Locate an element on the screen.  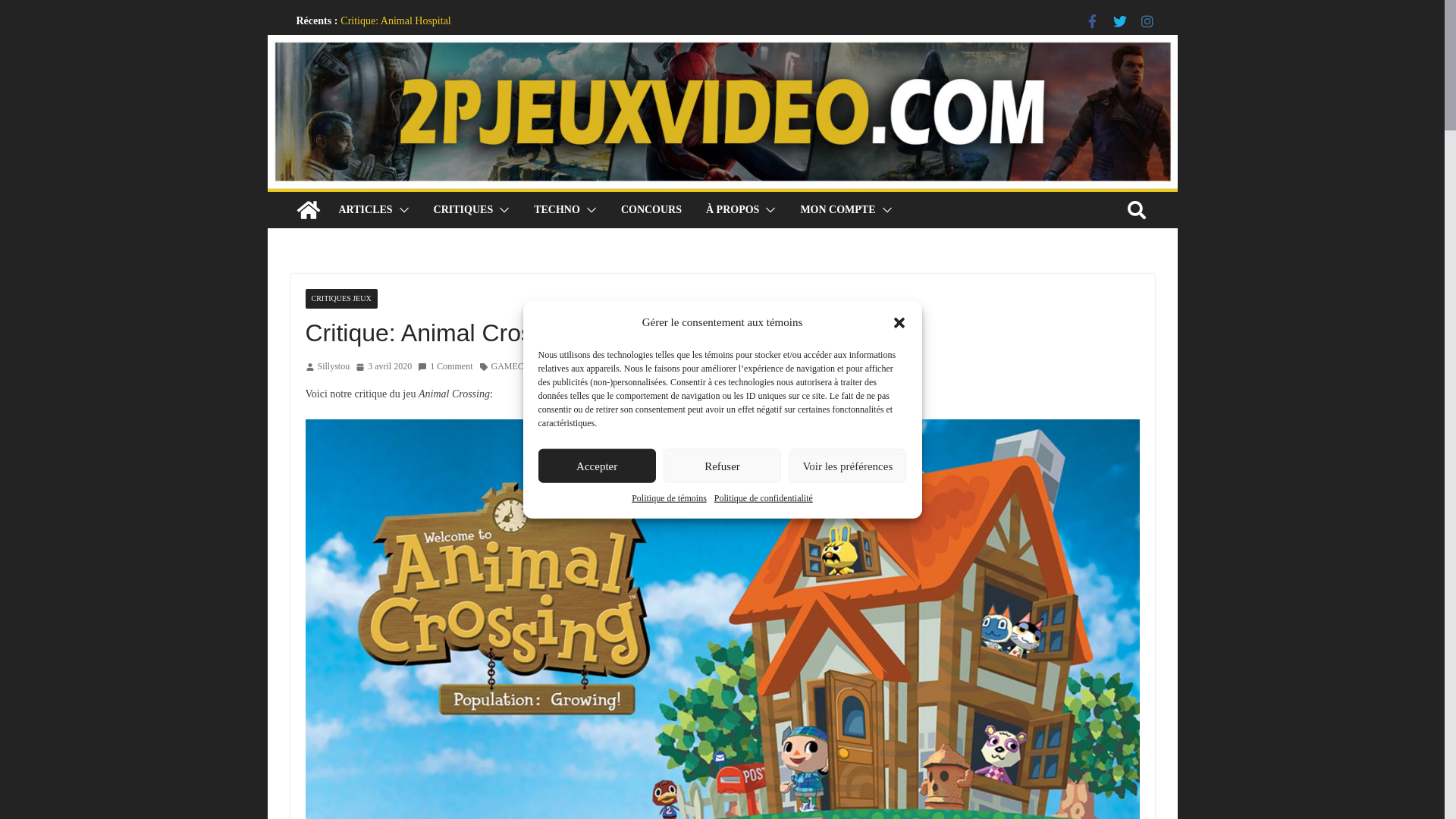
'1 Comment' is located at coordinates (444, 366).